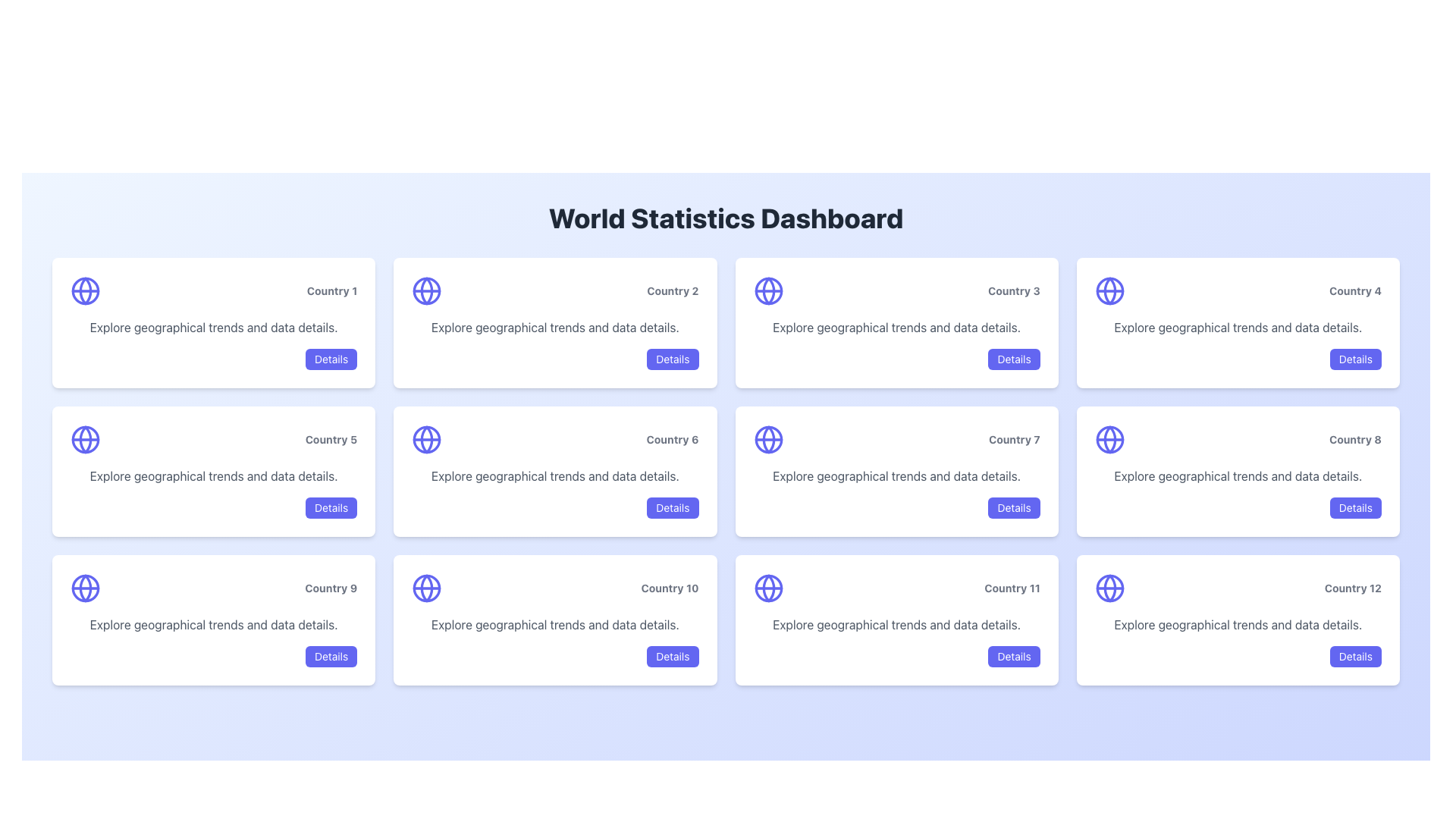 This screenshot has width=1456, height=819. I want to click on the globe icon located on the left side of the card labeled 'Country 8' in the fourth row of the grid layout, so click(1109, 439).